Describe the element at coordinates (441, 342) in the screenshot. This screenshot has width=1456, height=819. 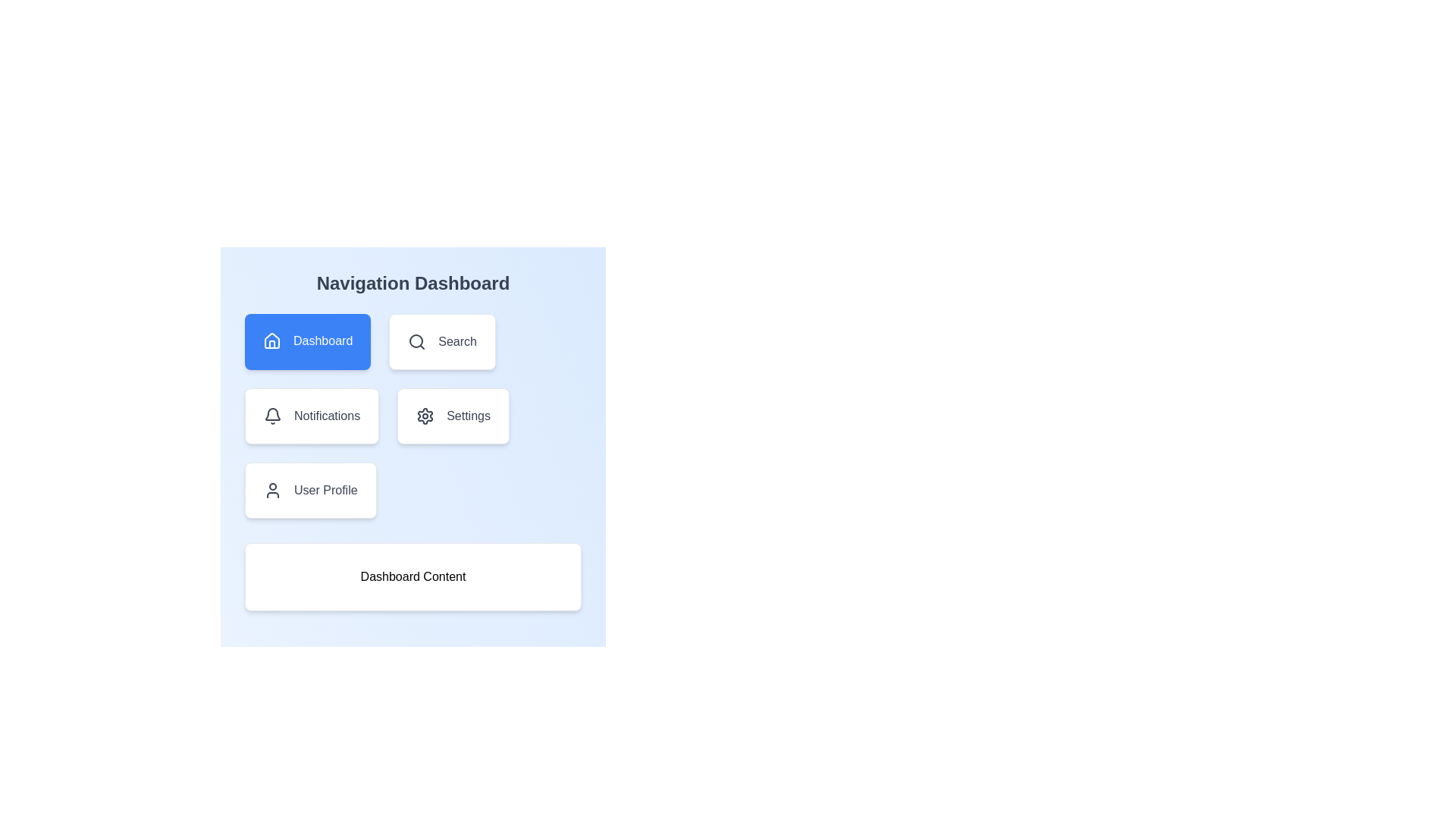
I see `the 'Search' menu item located in the top row of the main menu, to the right of the 'Dashboard' button` at that location.